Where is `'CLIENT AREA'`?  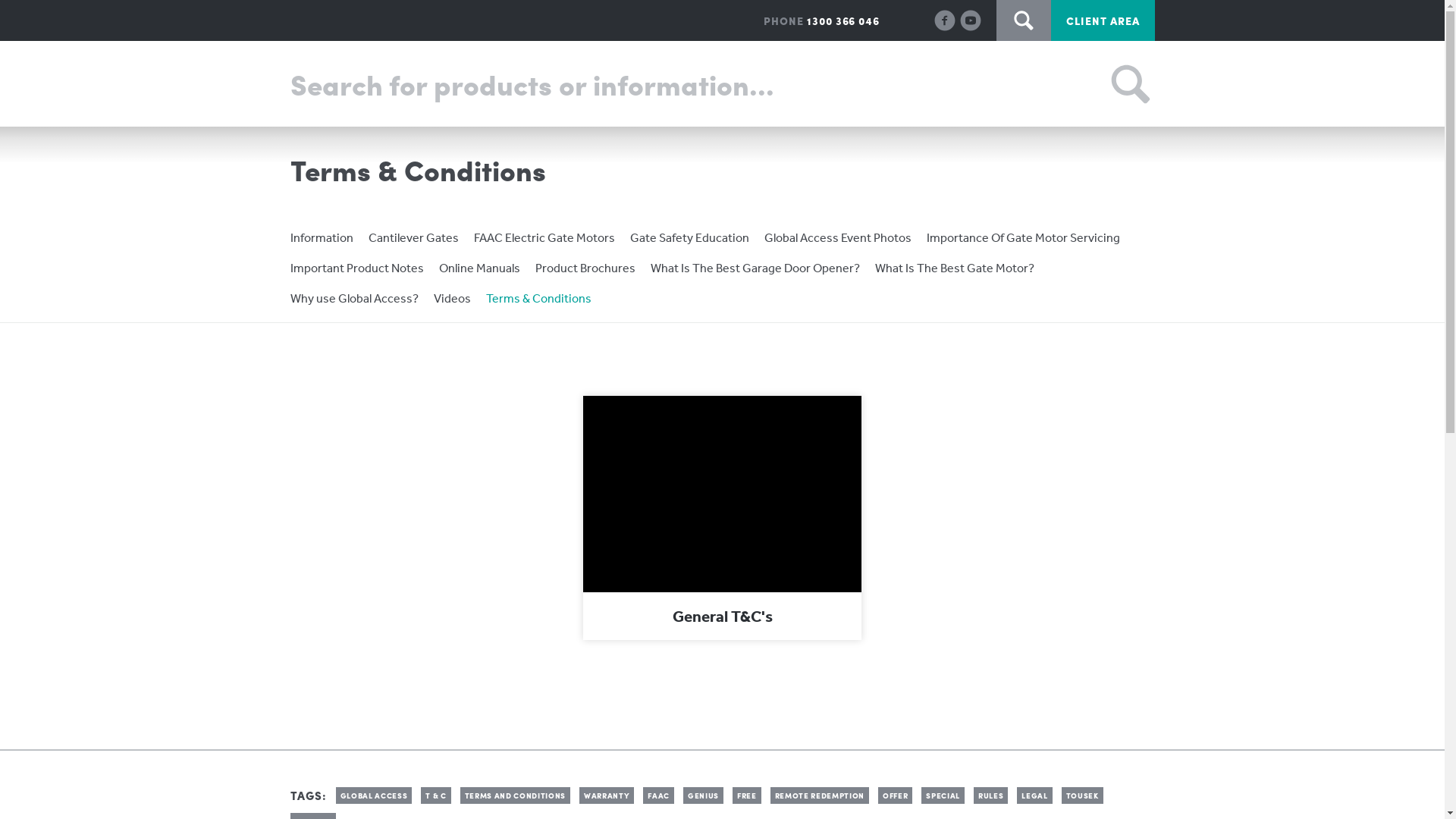 'CLIENT AREA' is located at coordinates (1103, 20).